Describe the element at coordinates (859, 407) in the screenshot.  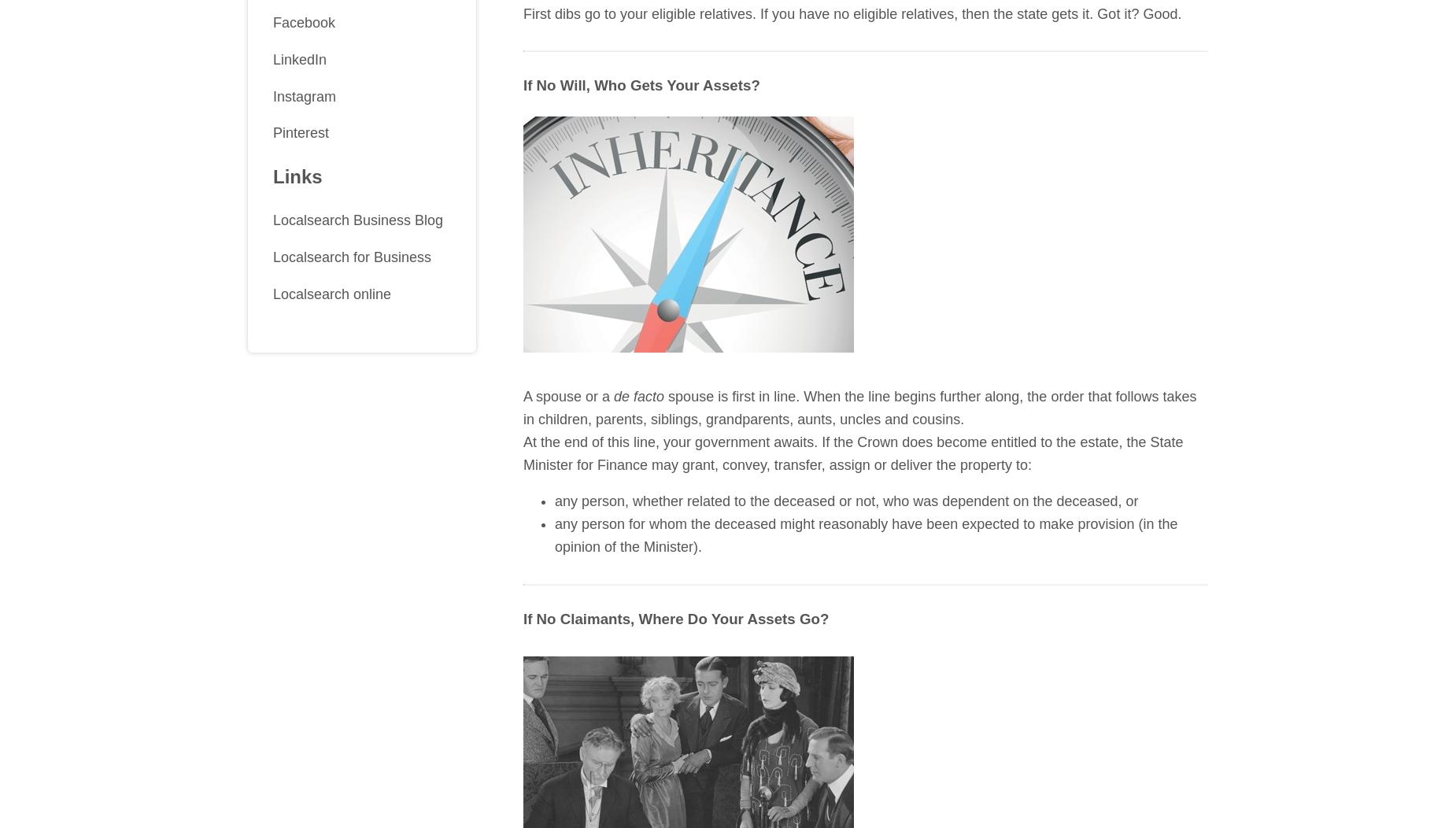
I see `'spouse is first in line. When the line begins further along, the order that follows takes in children, parents, siblings, grandparents, aunts, uncles and cousins.'` at that location.